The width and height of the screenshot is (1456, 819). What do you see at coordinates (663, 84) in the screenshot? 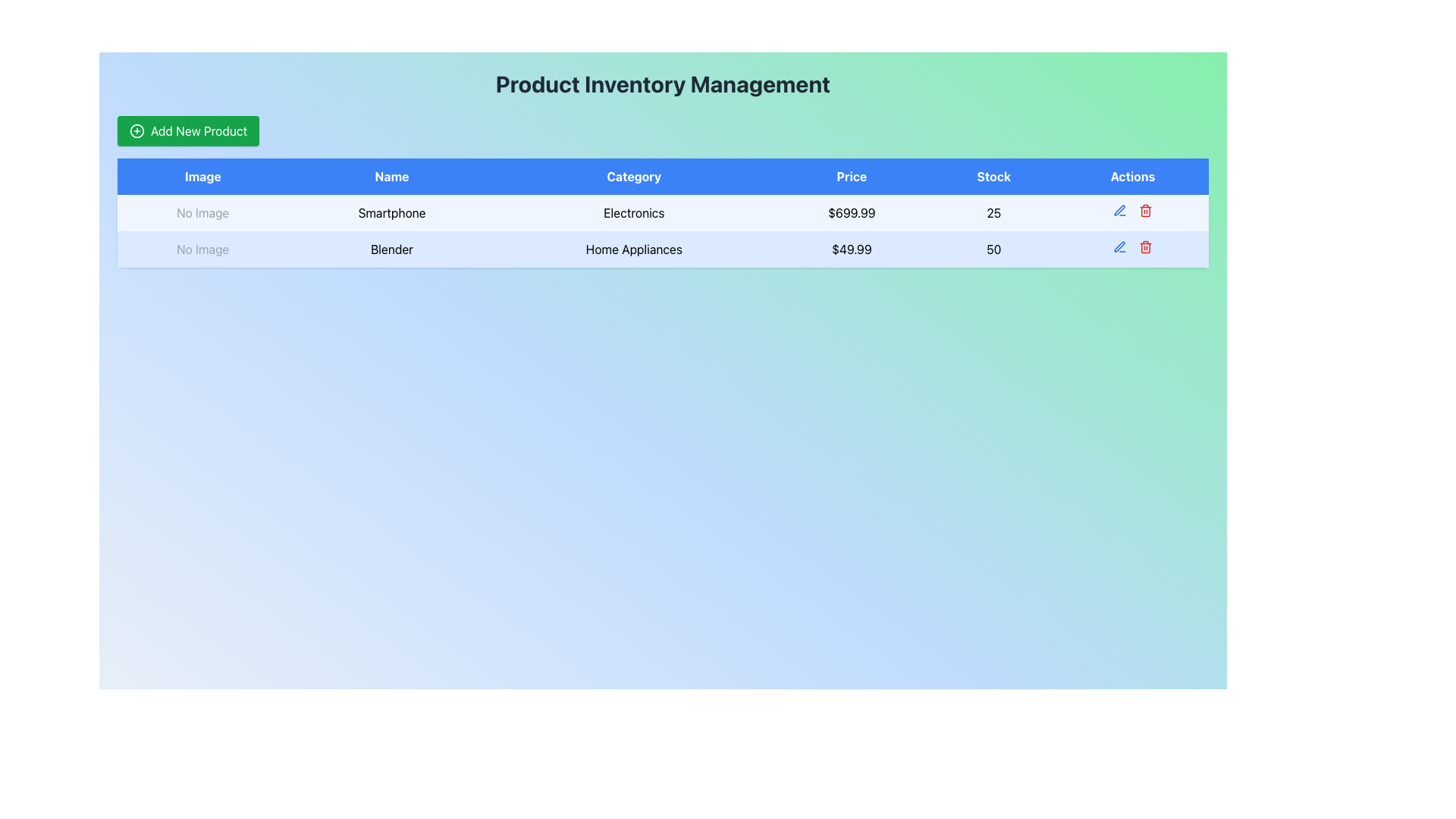
I see `text from the title label located at the top center of the interface, which serves as the main header for the page` at bounding box center [663, 84].